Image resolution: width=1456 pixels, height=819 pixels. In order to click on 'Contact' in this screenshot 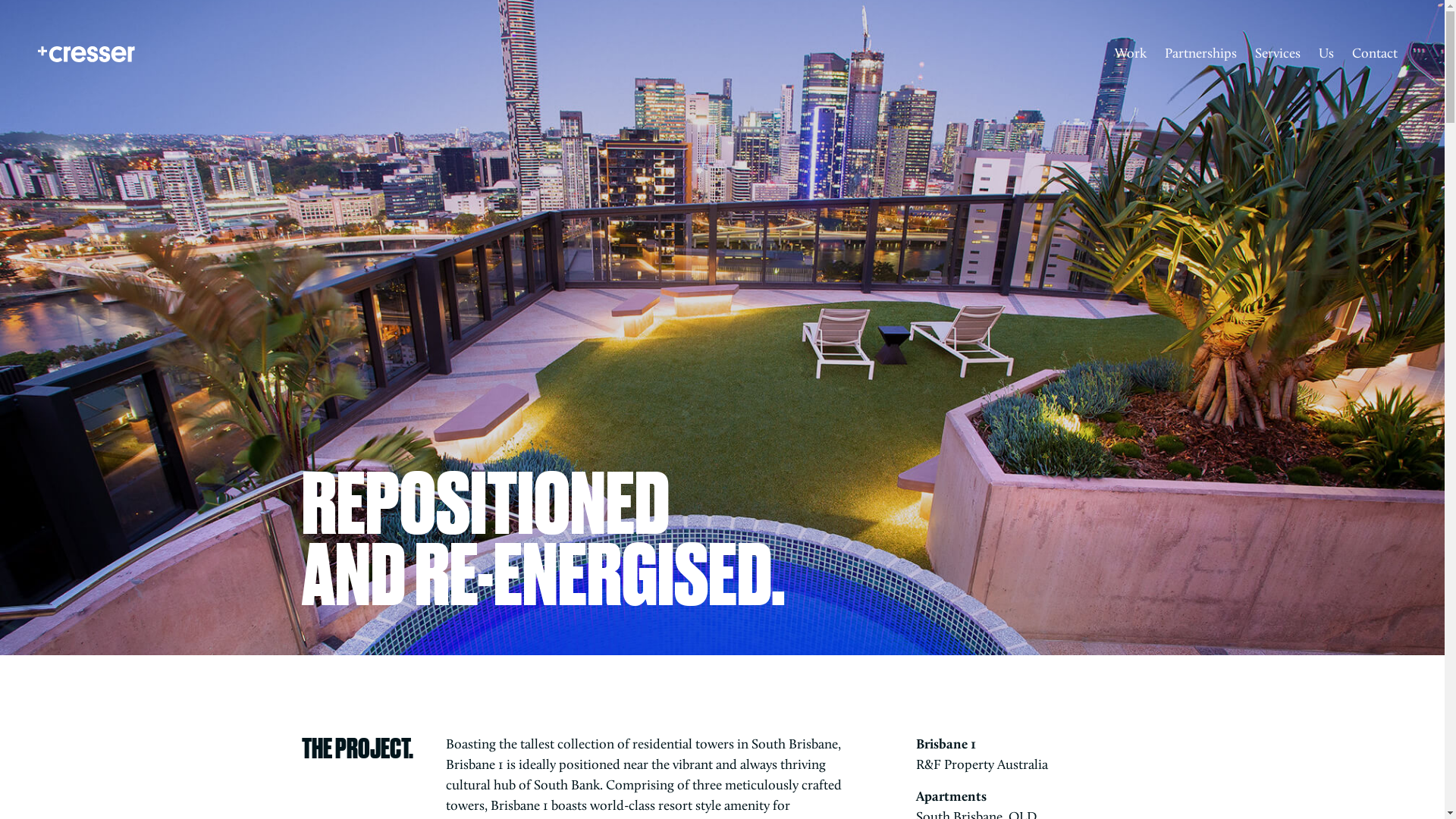, I will do `click(1375, 53)`.